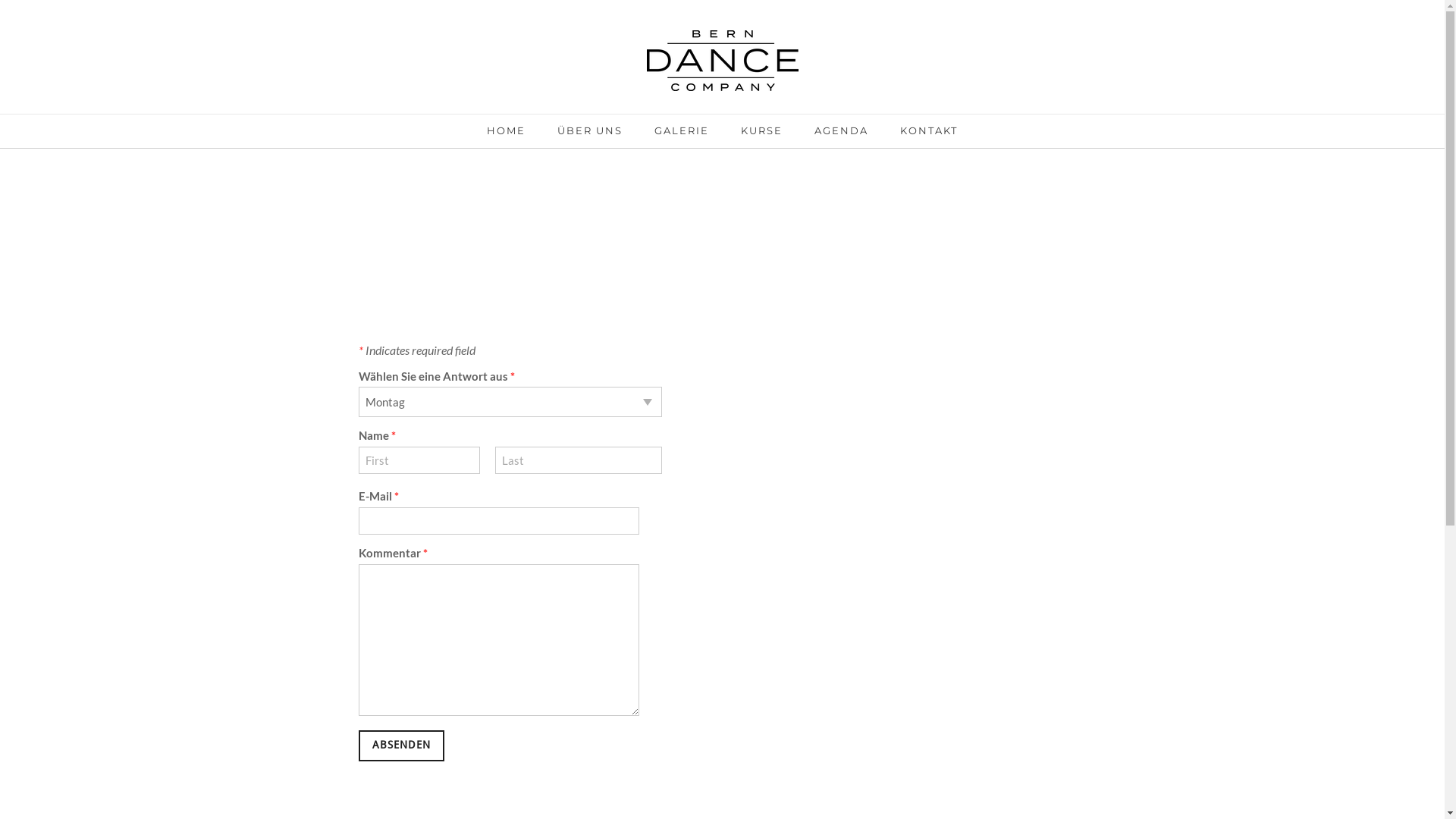  What do you see at coordinates (741, 134) in the screenshot?
I see `'KURSE'` at bounding box center [741, 134].